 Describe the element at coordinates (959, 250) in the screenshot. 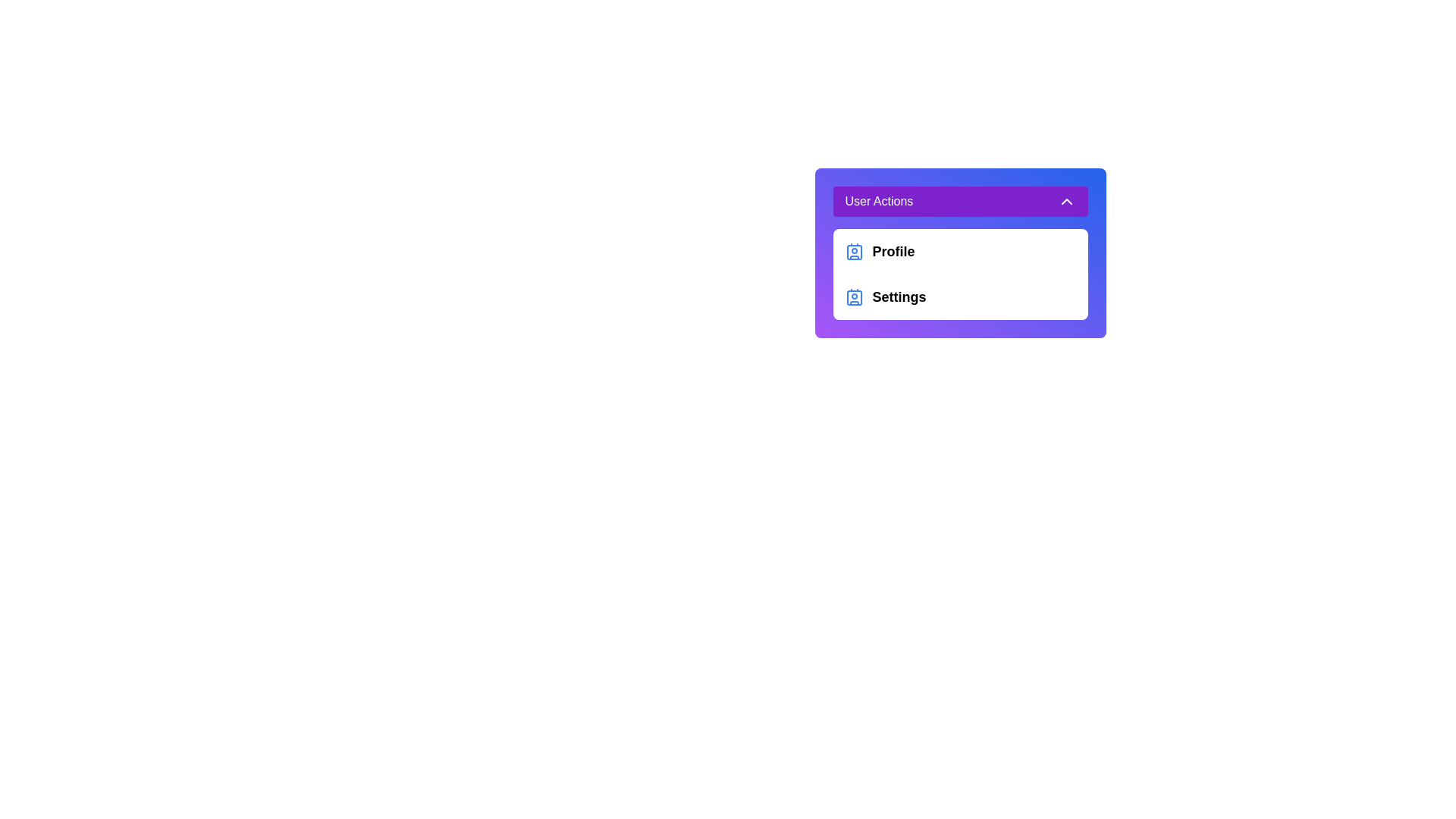

I see `the 'Profile' list item, which is the first item in the user actions list` at that location.